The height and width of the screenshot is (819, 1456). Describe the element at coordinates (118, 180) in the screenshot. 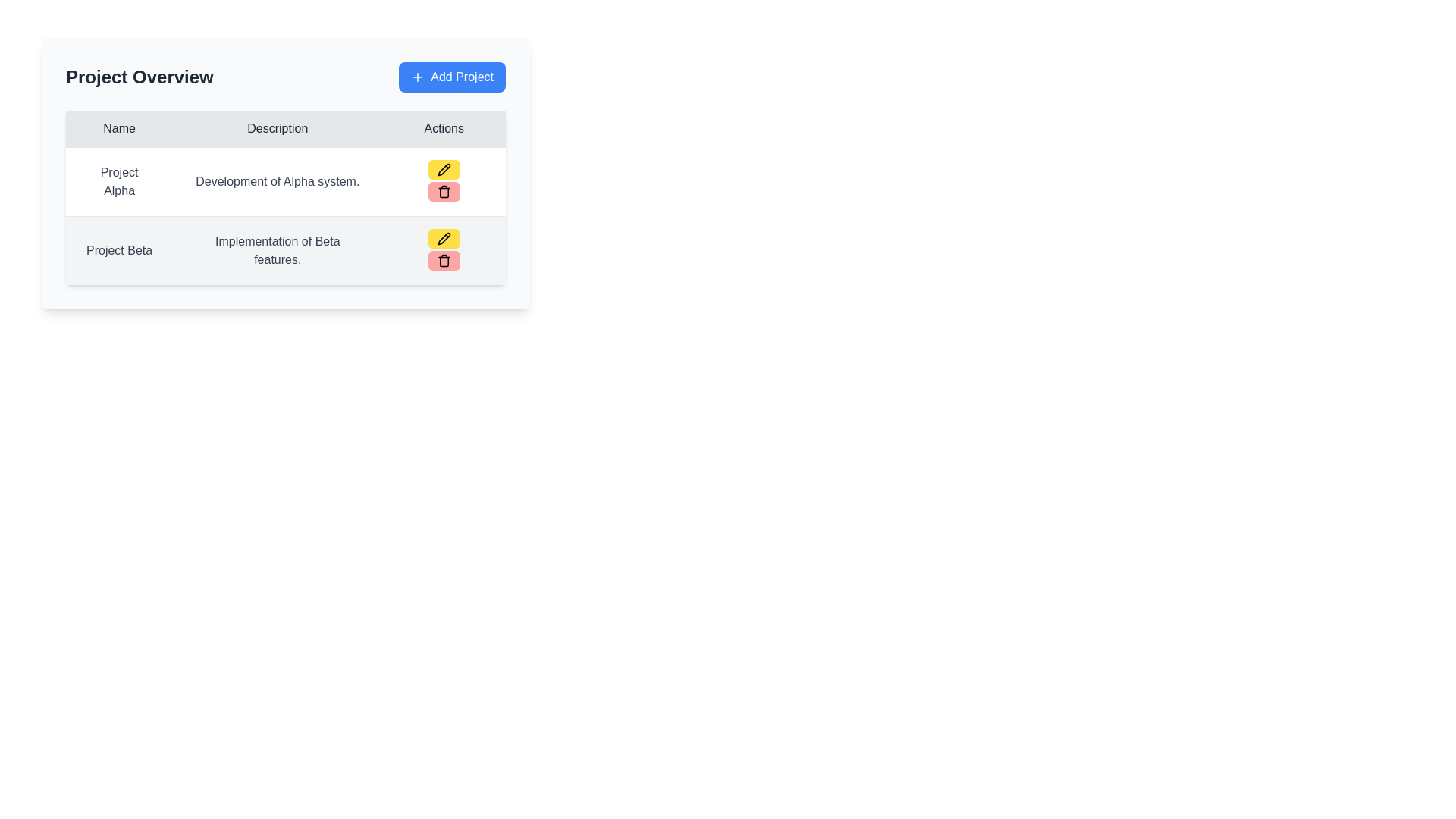

I see `the text label displaying 'Project Alpha' which is styled in gray text under the 'Name' column in a table layout` at that location.